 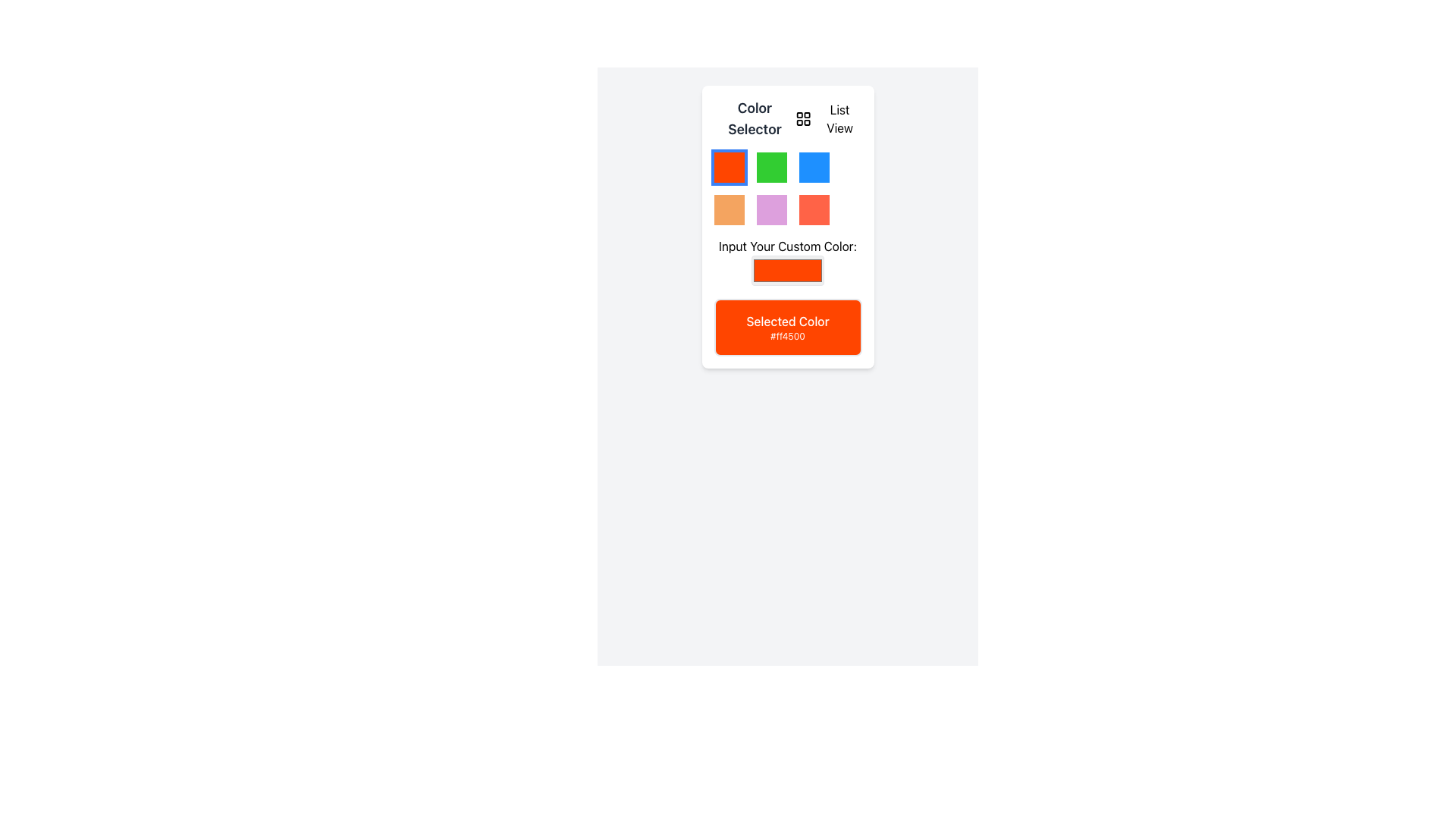 What do you see at coordinates (729, 210) in the screenshot?
I see `the interactive color selection tile with an orange background (#f4a460) located in the second row, fourth column of the color selection grid` at bounding box center [729, 210].